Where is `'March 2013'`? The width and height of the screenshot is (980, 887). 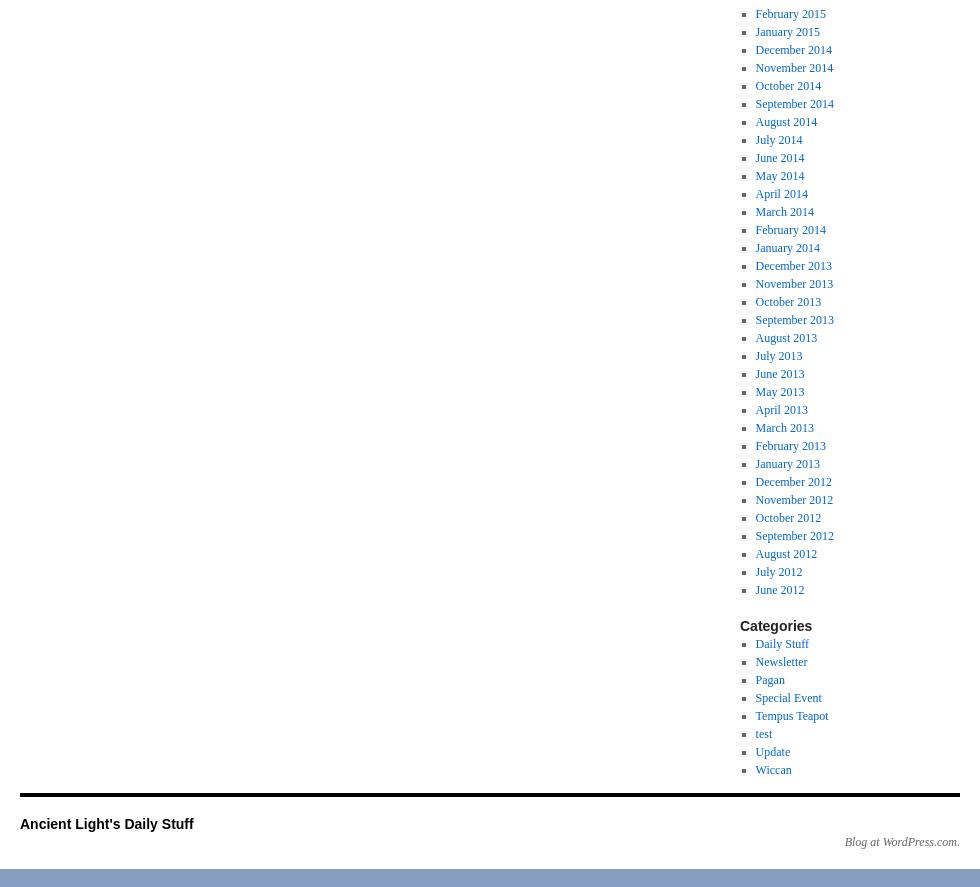 'March 2013' is located at coordinates (784, 427).